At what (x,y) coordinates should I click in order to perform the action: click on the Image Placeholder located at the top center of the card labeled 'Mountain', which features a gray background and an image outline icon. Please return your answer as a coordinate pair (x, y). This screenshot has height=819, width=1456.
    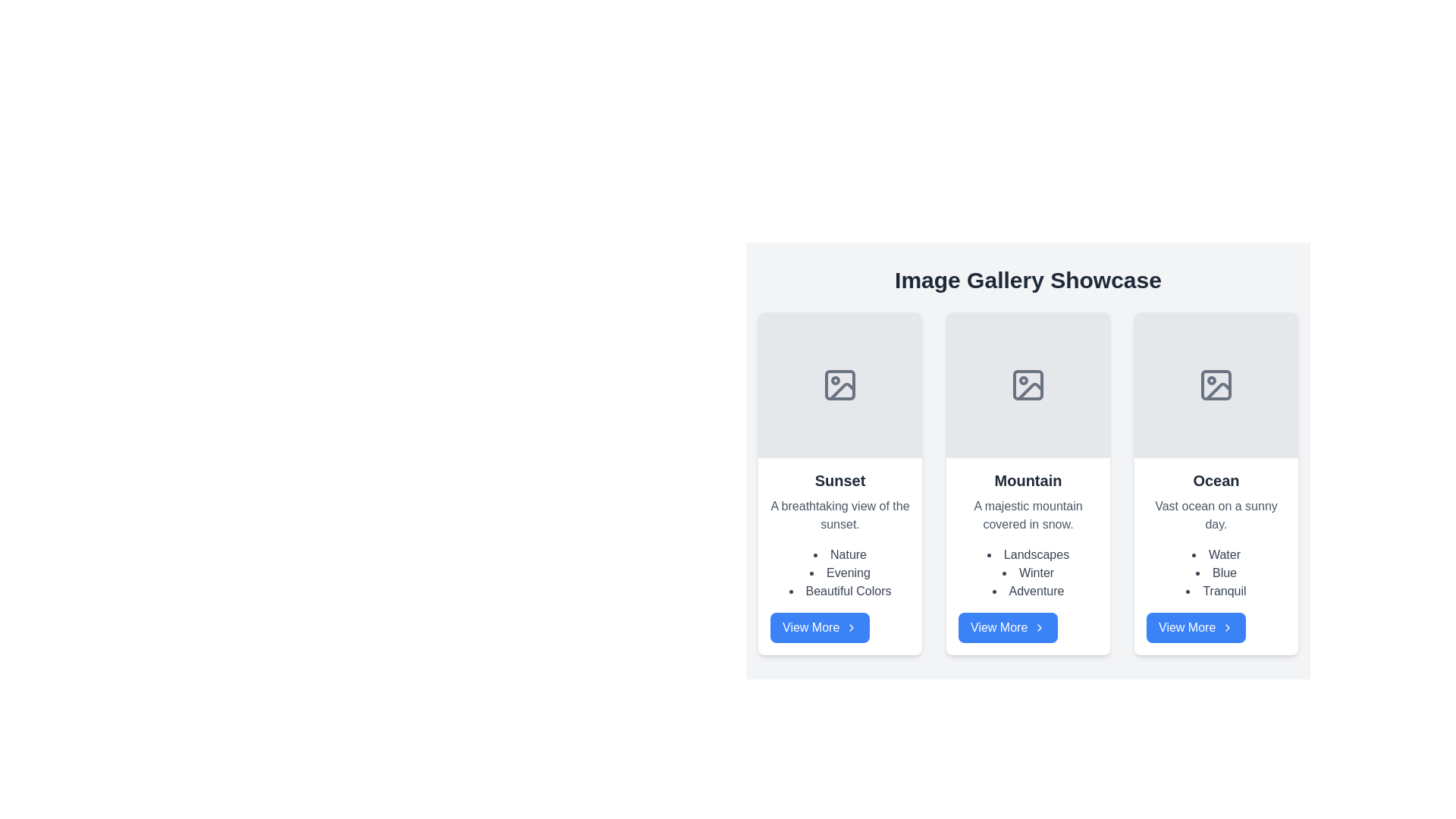
    Looking at the image, I should click on (1028, 384).